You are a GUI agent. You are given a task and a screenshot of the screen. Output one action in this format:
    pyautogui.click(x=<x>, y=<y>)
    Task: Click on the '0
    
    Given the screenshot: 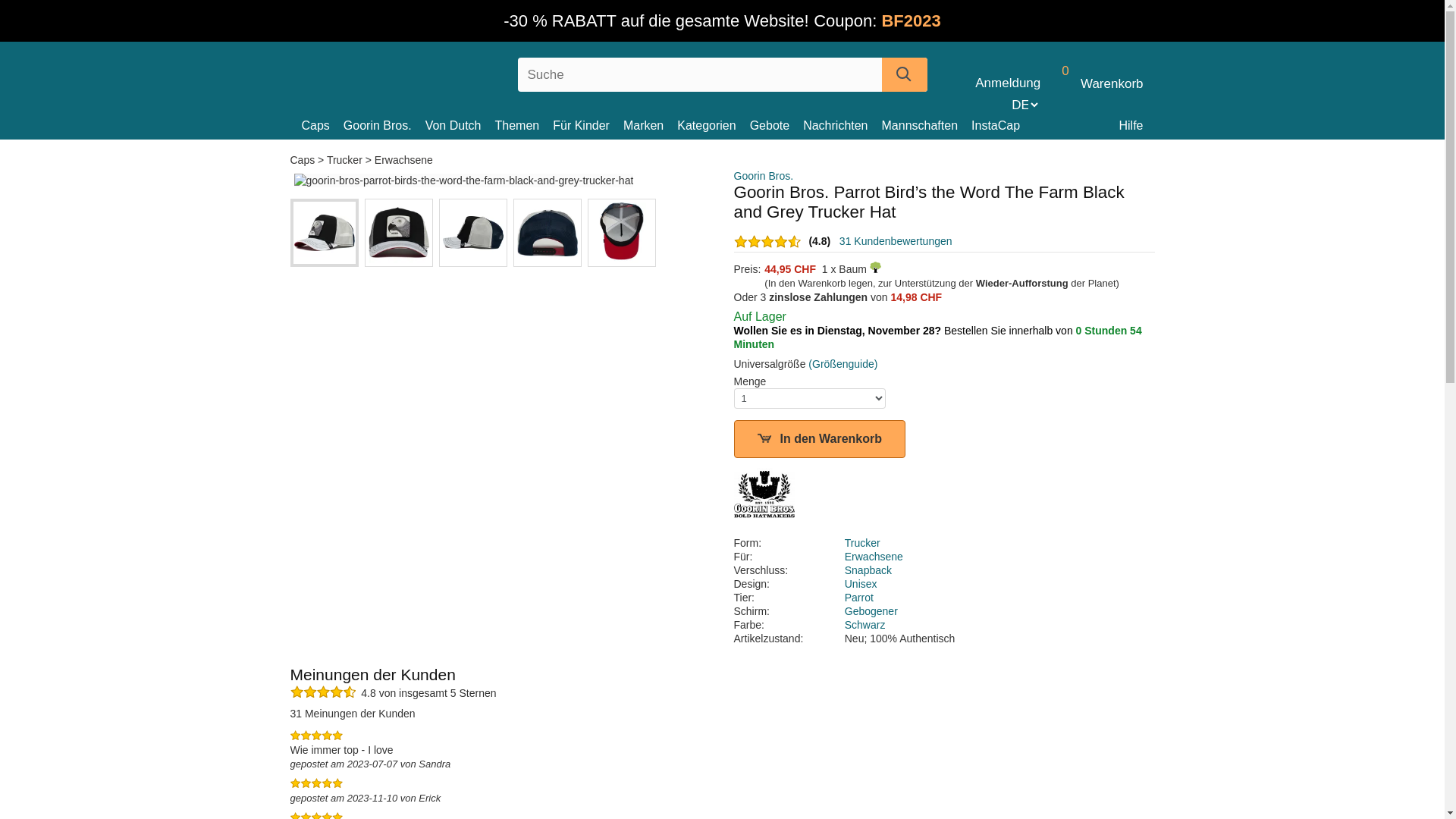 What is the action you would take?
    pyautogui.click(x=1095, y=83)
    